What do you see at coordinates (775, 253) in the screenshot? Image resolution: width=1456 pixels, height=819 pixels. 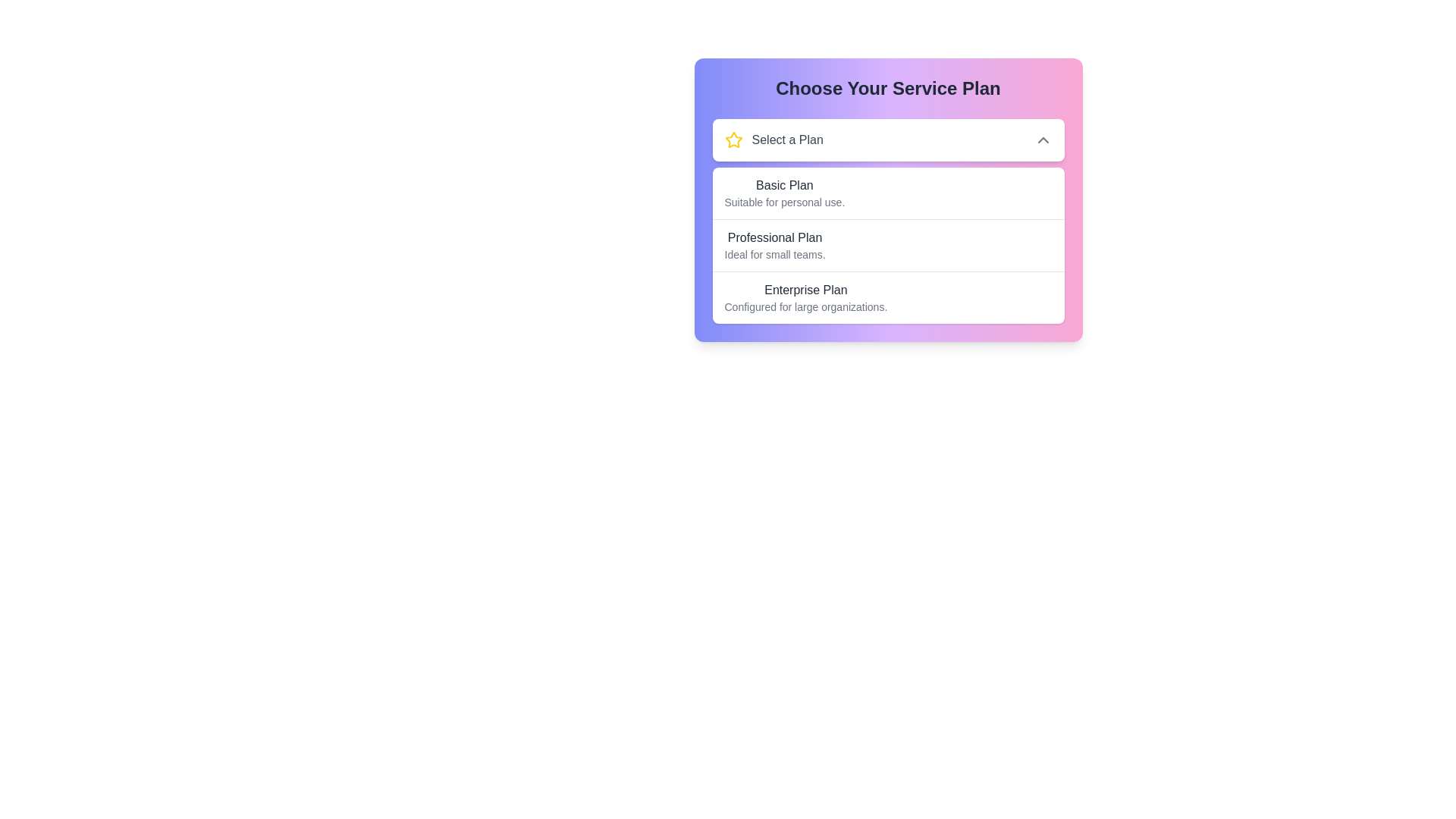 I see `text label that says 'Ideal for small teams.' located beneath the title 'Professional Plan'` at bounding box center [775, 253].